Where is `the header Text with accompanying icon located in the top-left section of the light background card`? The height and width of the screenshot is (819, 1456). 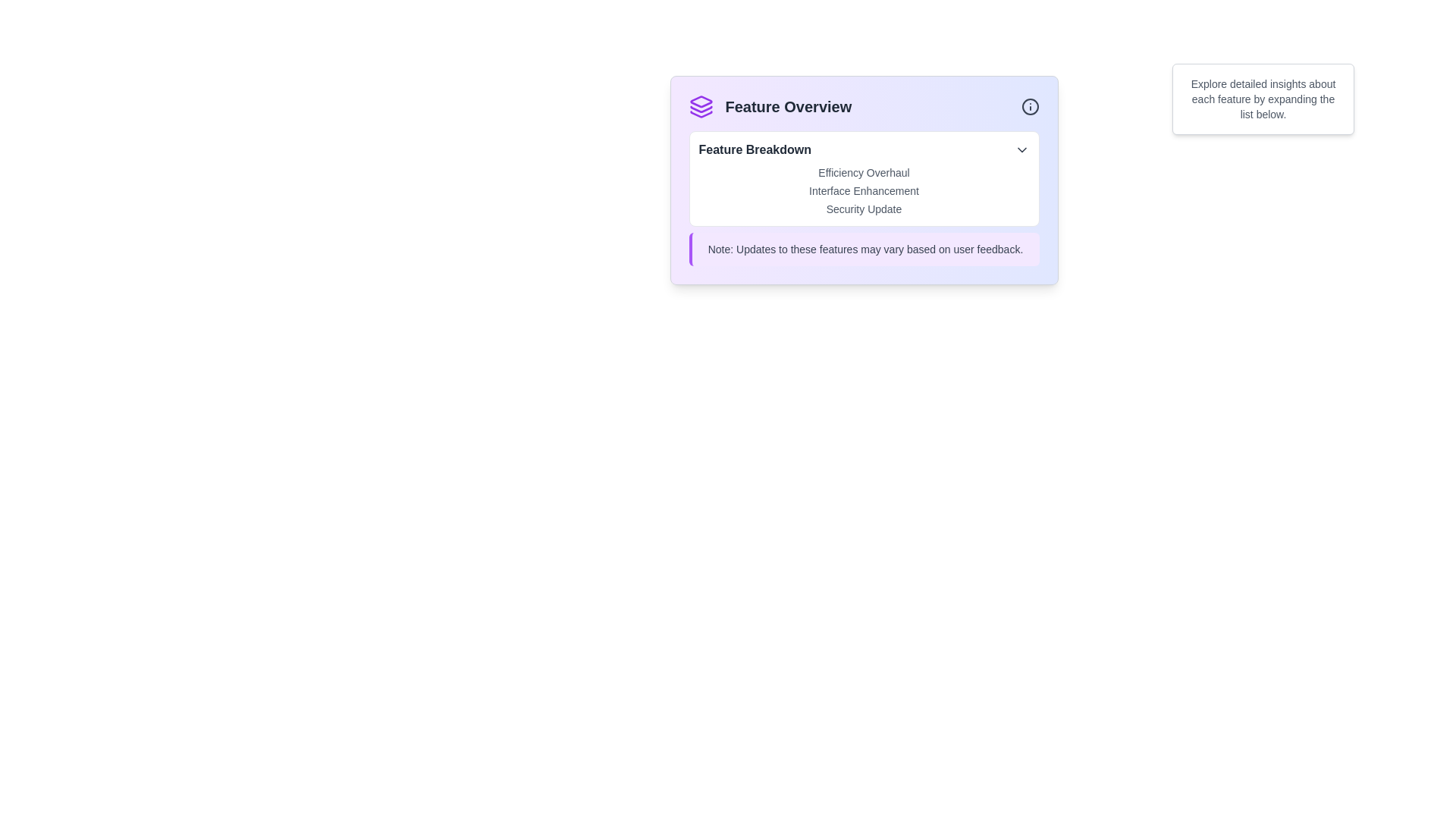 the header Text with accompanying icon located in the top-left section of the light background card is located at coordinates (770, 106).